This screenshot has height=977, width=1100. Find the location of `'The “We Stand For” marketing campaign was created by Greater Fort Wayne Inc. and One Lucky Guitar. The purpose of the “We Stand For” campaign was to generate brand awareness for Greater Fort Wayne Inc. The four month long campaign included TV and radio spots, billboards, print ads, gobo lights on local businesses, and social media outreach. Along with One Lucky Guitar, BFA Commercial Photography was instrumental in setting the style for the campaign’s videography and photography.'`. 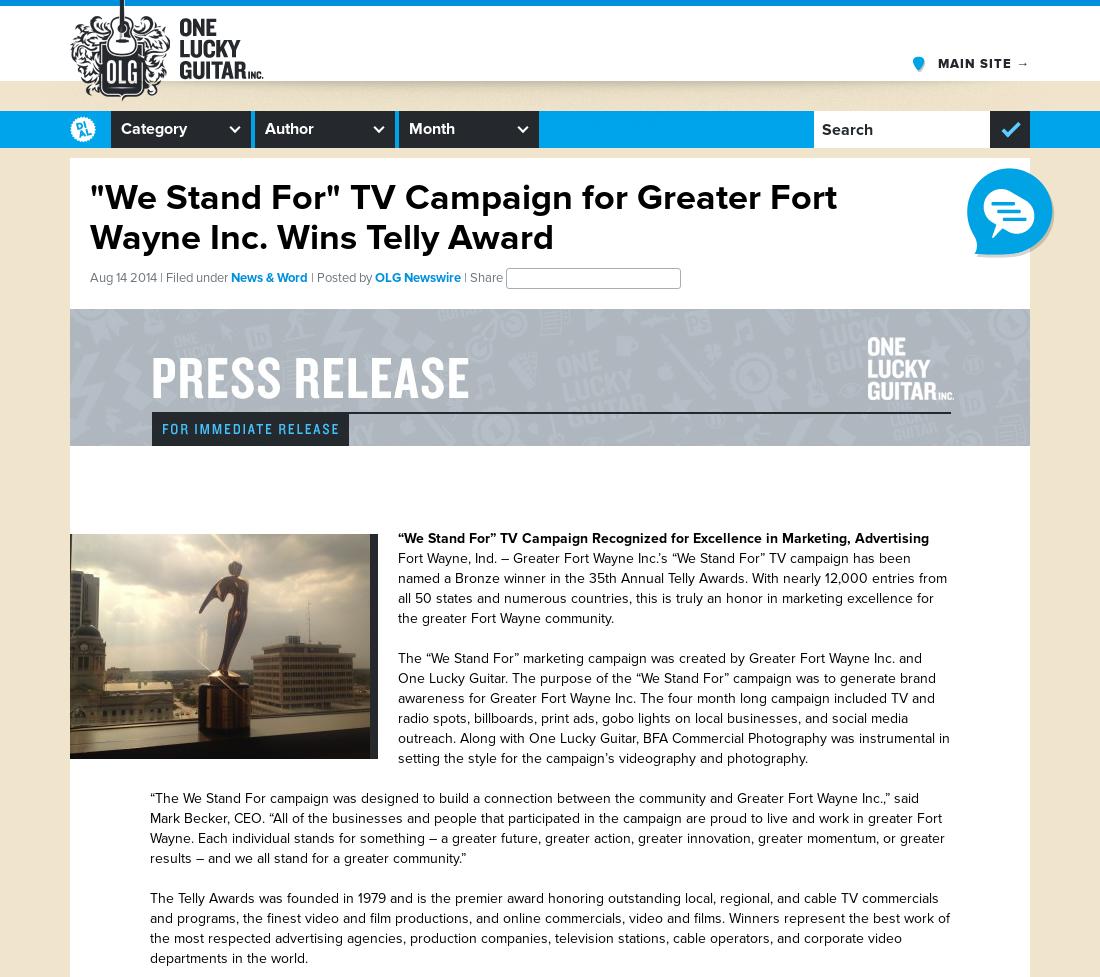

'The “We Stand For” marketing campaign was created by Greater Fort Wayne Inc. and One Lucky Guitar. The purpose of the “We Stand For” campaign was to generate brand awareness for Greater Fort Wayne Inc. The four month long campaign included TV and radio spots, billboards, print ads, gobo lights on local businesses, and social media outreach. Along with One Lucky Guitar, BFA Commercial Photography was instrumental in setting the style for the campaign’s videography and photography.' is located at coordinates (673, 708).